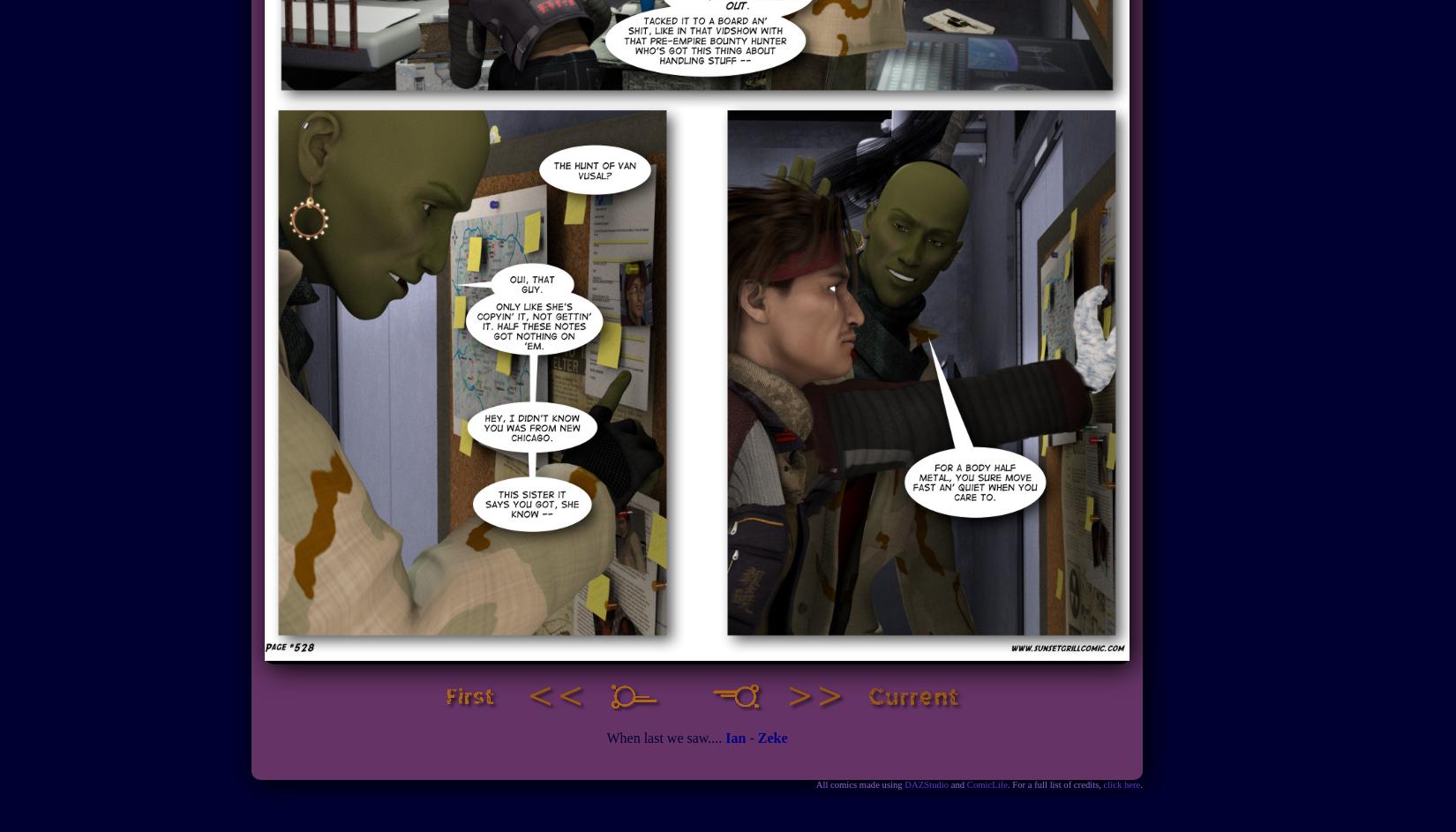 The height and width of the screenshot is (832, 1456). What do you see at coordinates (735, 737) in the screenshot?
I see `'Ian'` at bounding box center [735, 737].